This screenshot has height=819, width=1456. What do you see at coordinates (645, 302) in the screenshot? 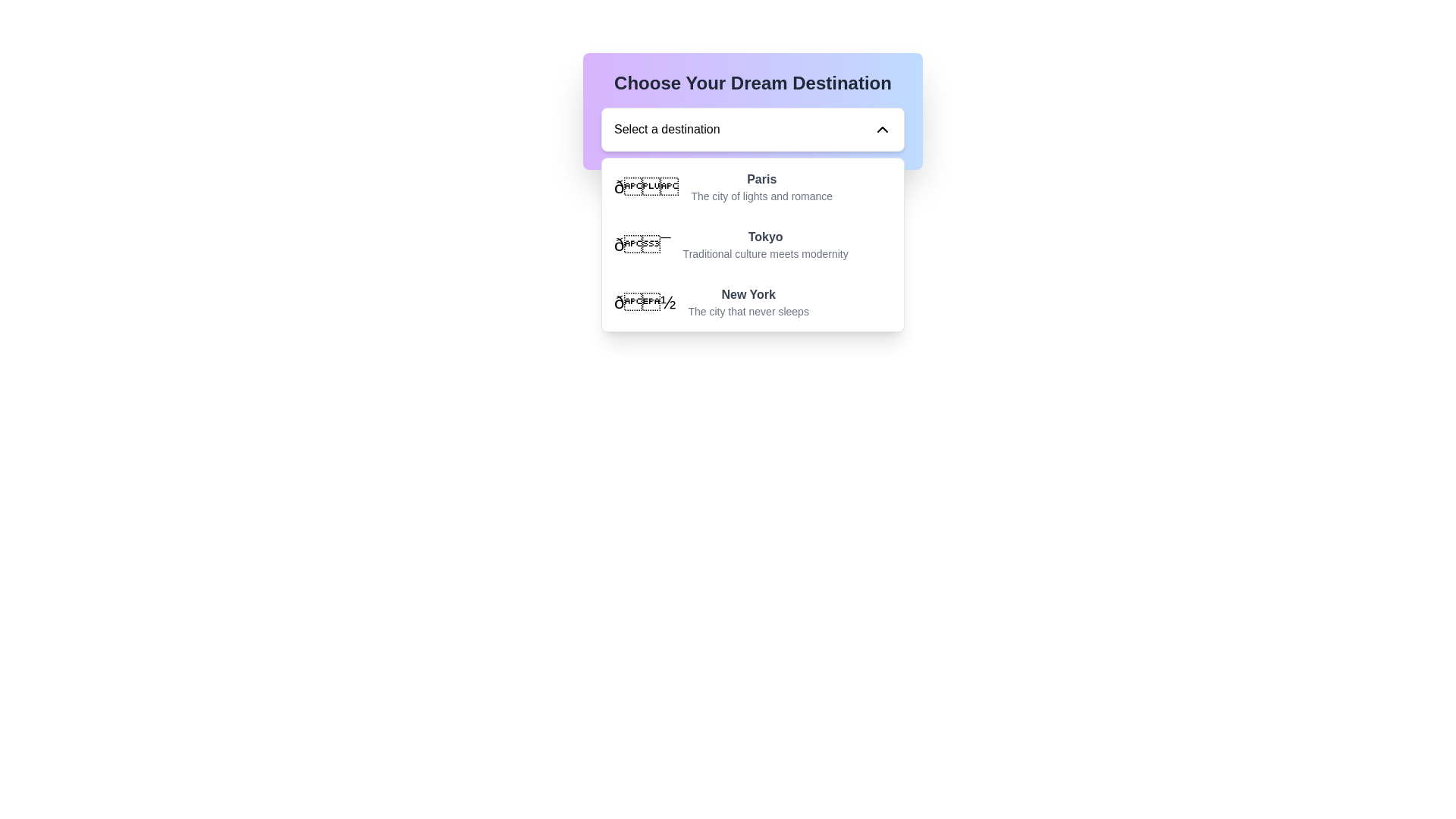
I see `the text-based envelope icon located at the leftmost side of the 'New York' option in the dropdown list` at bounding box center [645, 302].